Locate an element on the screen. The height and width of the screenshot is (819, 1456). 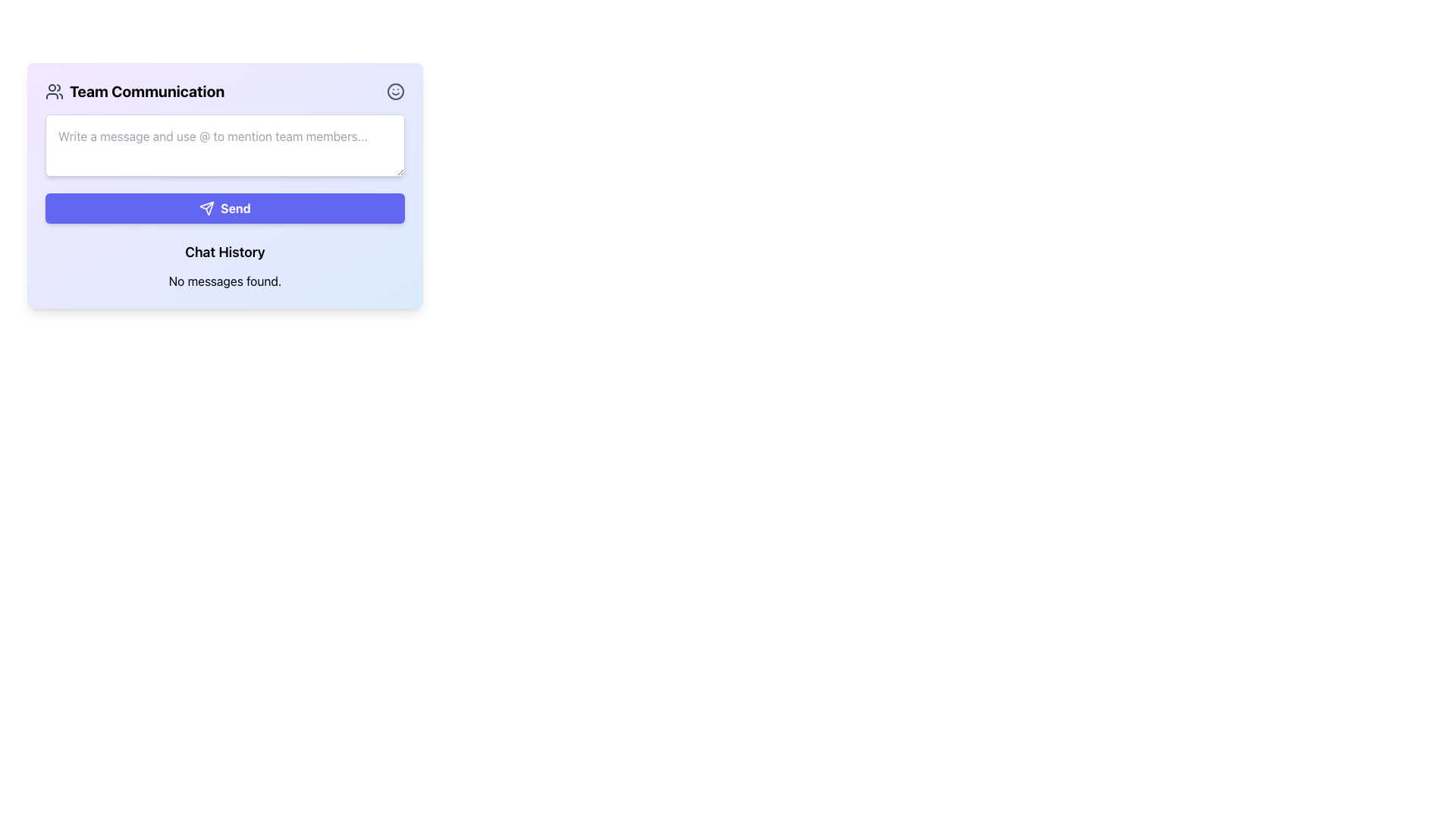
the text input box located below the 'Team Communication' header and above the 'Send' button to focus and start typing is located at coordinates (224, 146).